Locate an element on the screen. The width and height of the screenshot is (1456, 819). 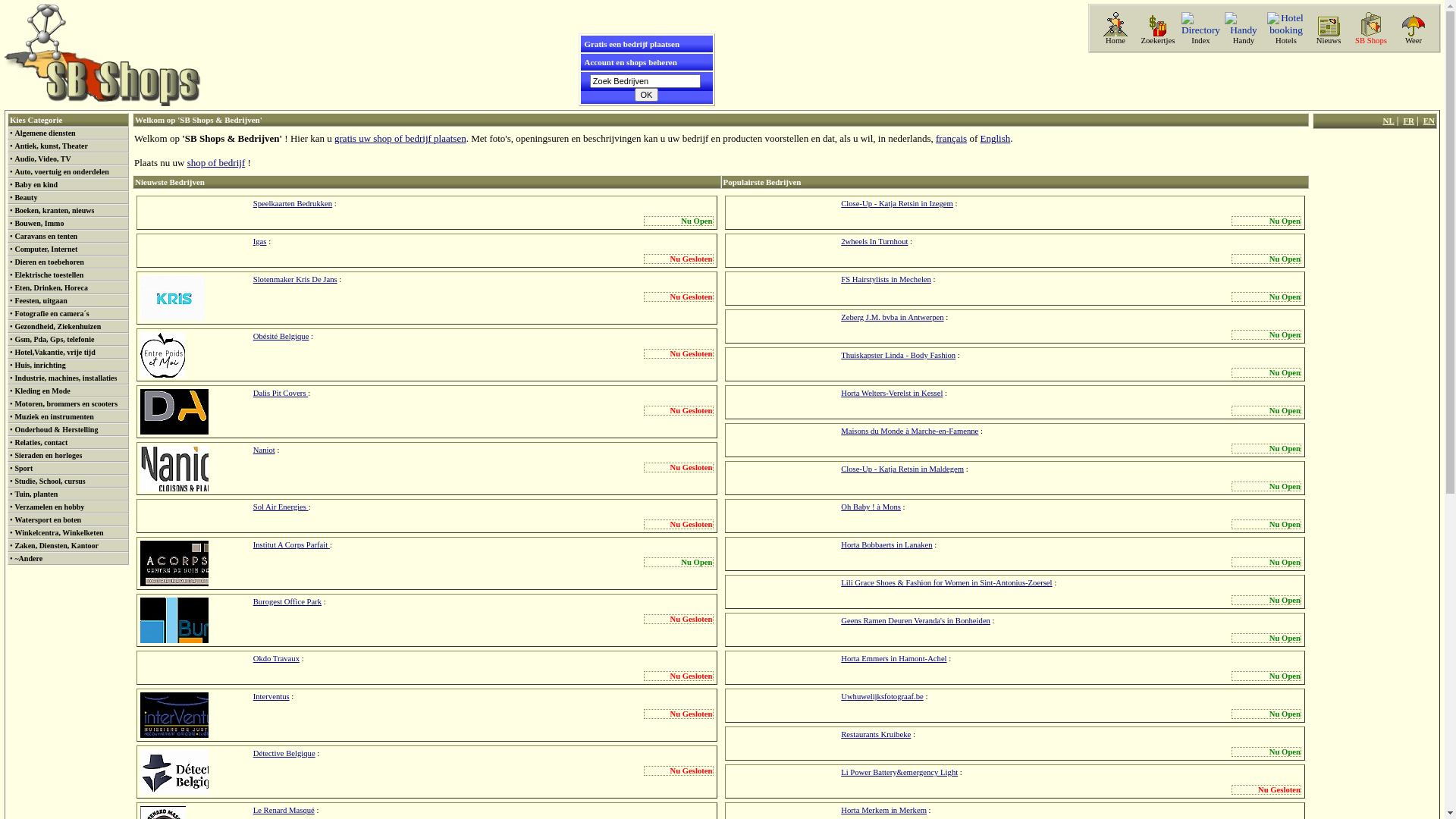
'Beauty' is located at coordinates (25, 196).